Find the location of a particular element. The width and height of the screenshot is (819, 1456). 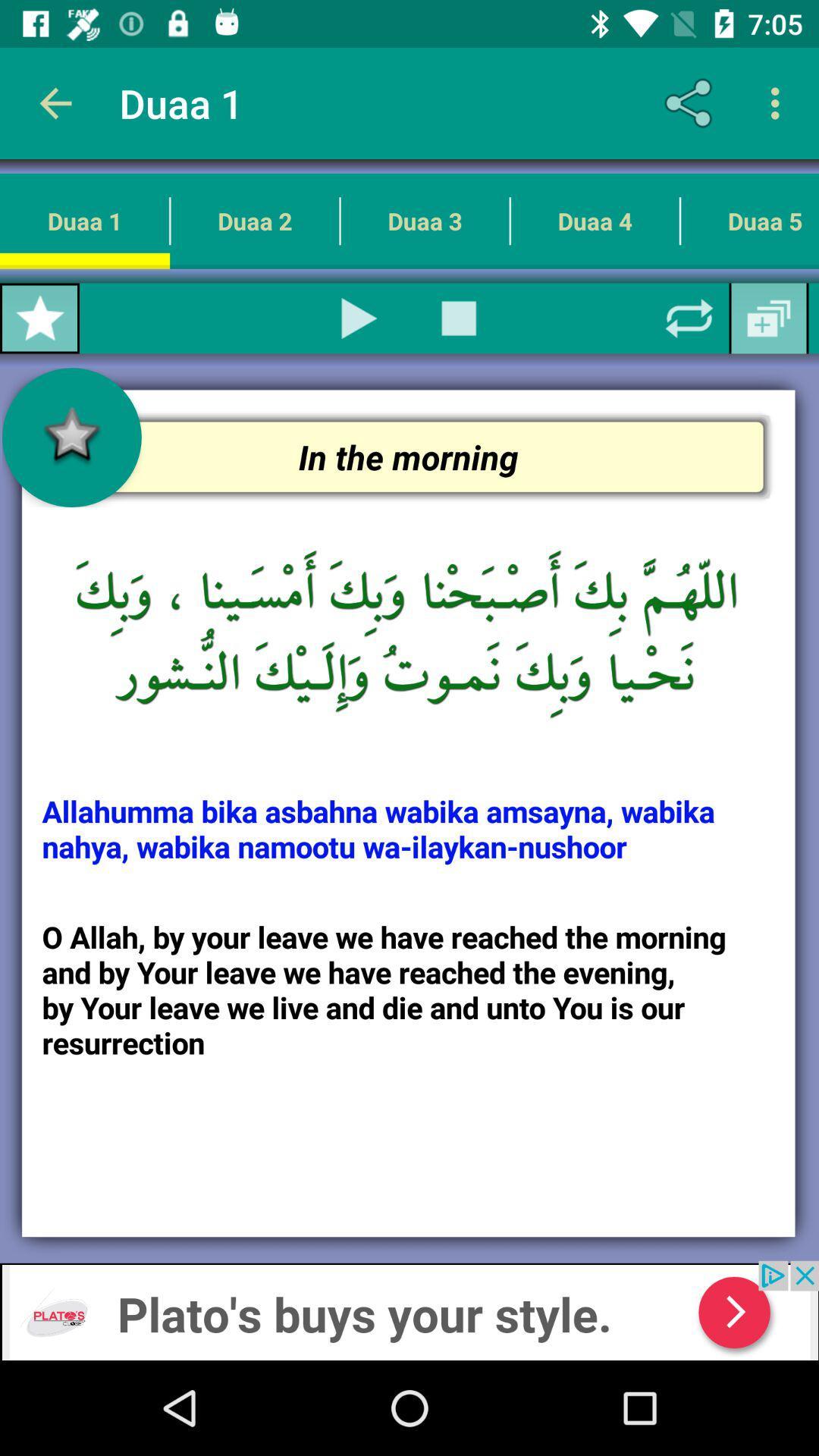

stop playing is located at coordinates (458, 318).